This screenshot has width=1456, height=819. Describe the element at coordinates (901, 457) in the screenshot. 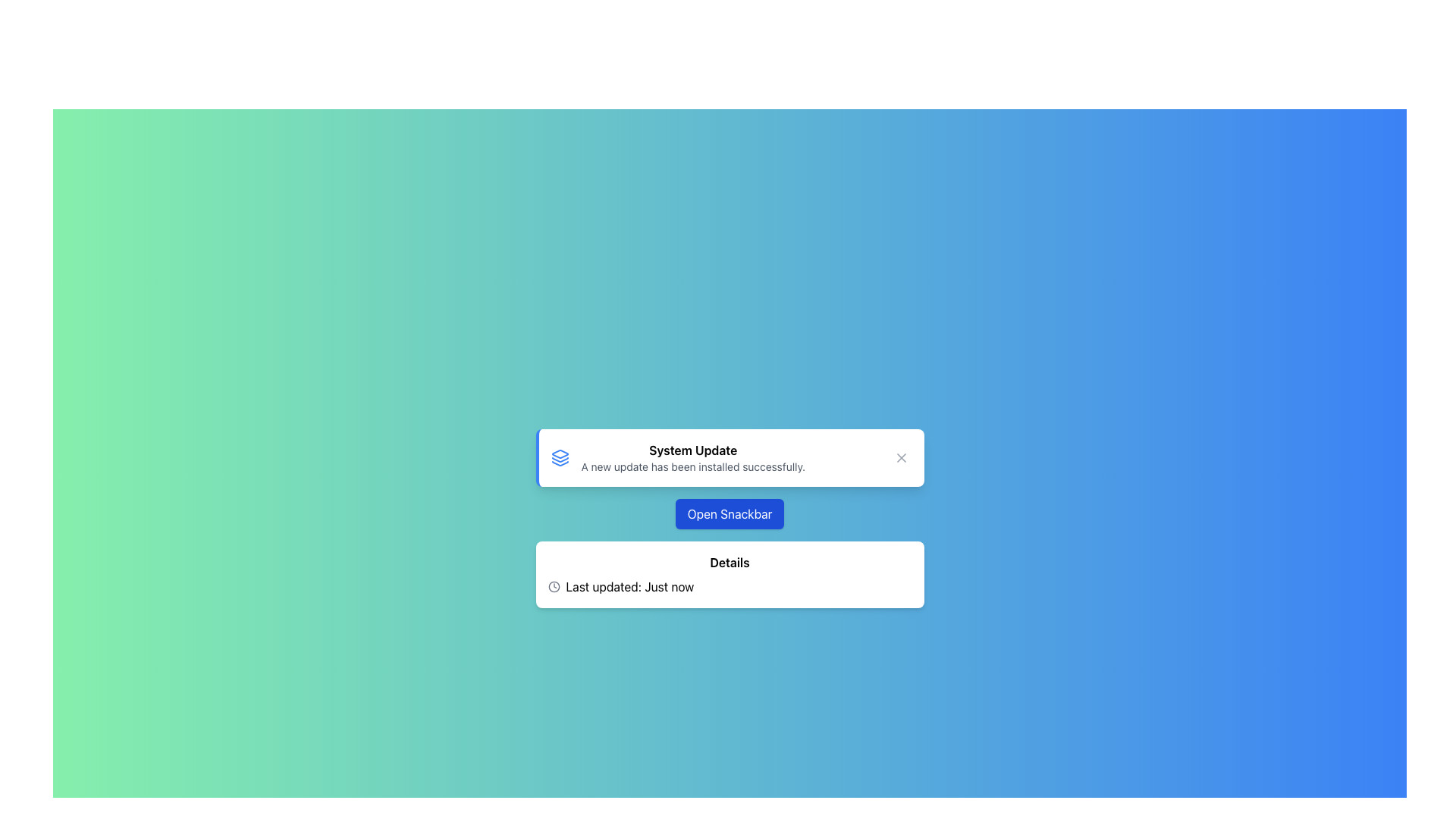

I see `the close icon located in the top-right corner of the 'System Update' notification box` at that location.